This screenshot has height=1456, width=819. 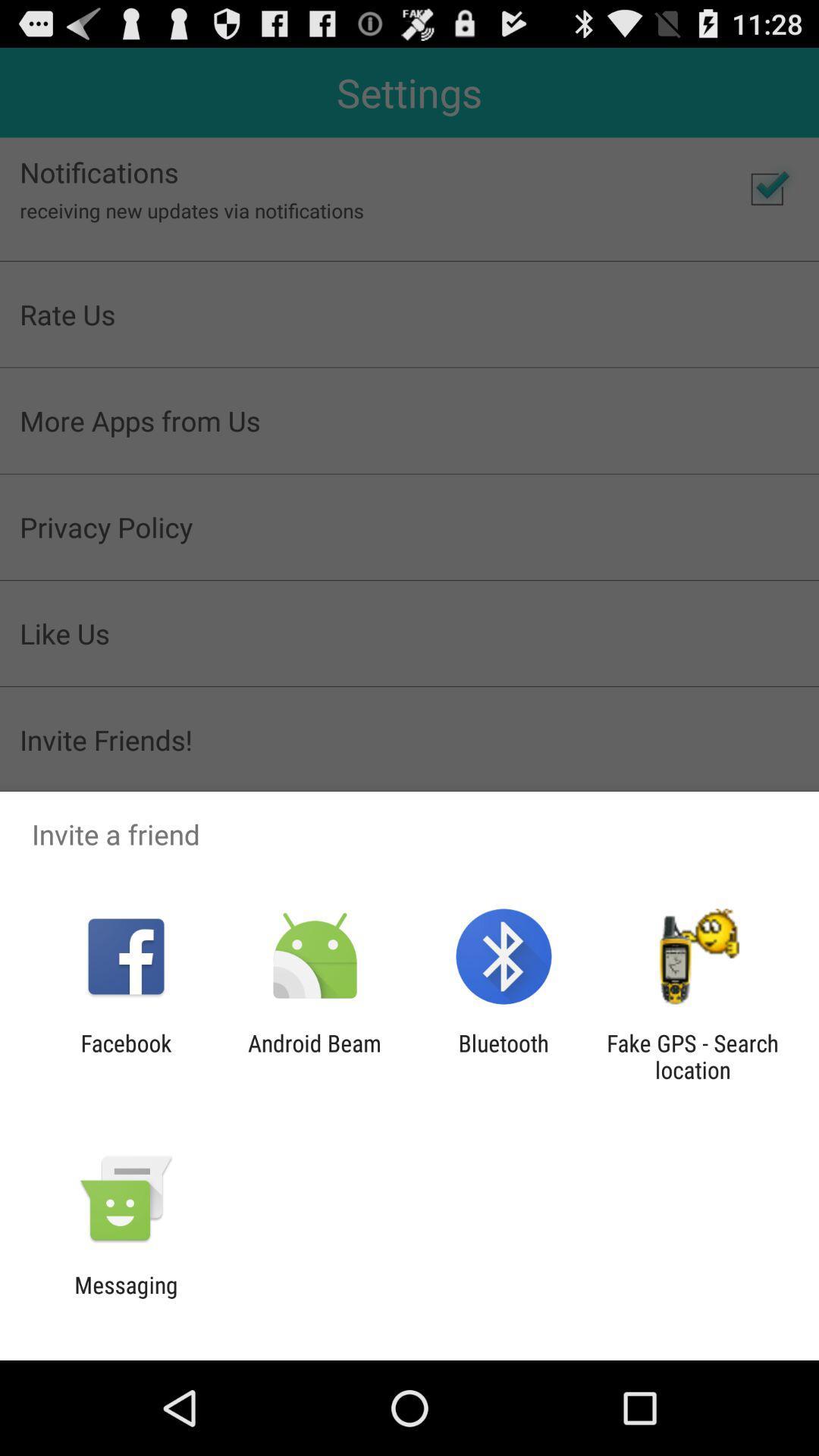 I want to click on the bluetooth, so click(x=504, y=1056).